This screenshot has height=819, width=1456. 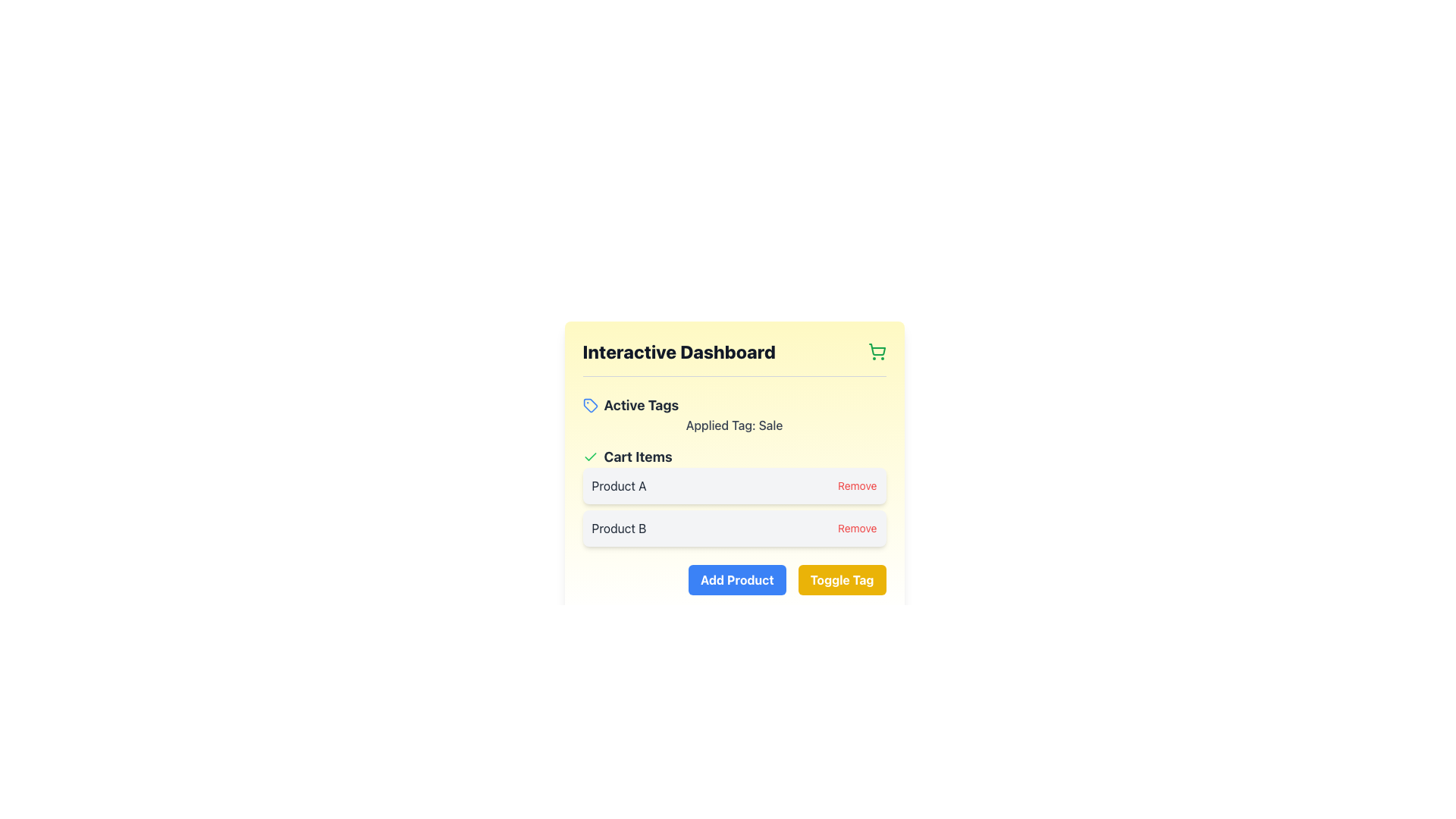 What do you see at coordinates (856, 528) in the screenshot?
I see `the clickable text link next to 'Product B' in the 'Cart Items' section` at bounding box center [856, 528].